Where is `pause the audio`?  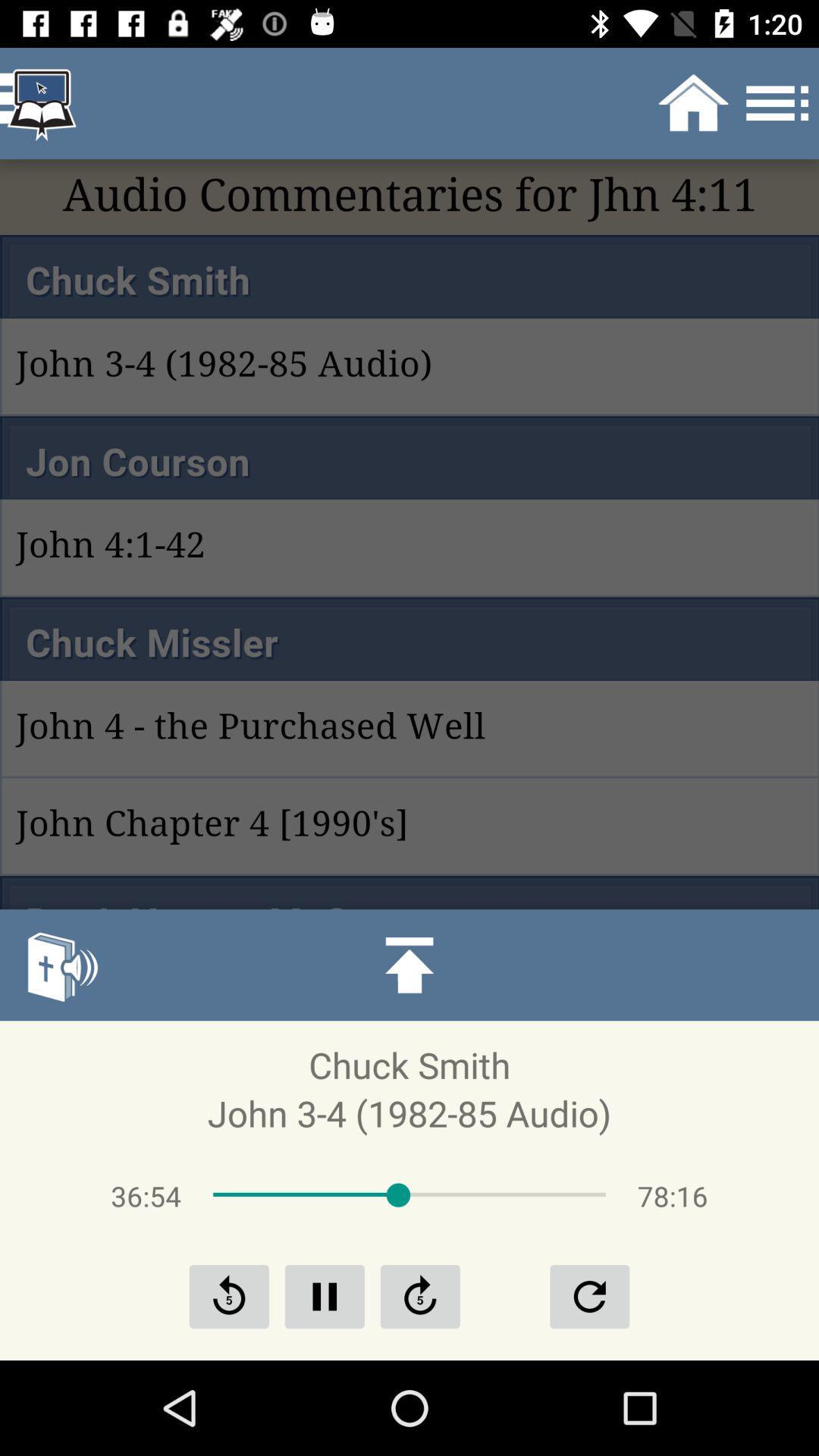 pause the audio is located at coordinates (324, 1295).